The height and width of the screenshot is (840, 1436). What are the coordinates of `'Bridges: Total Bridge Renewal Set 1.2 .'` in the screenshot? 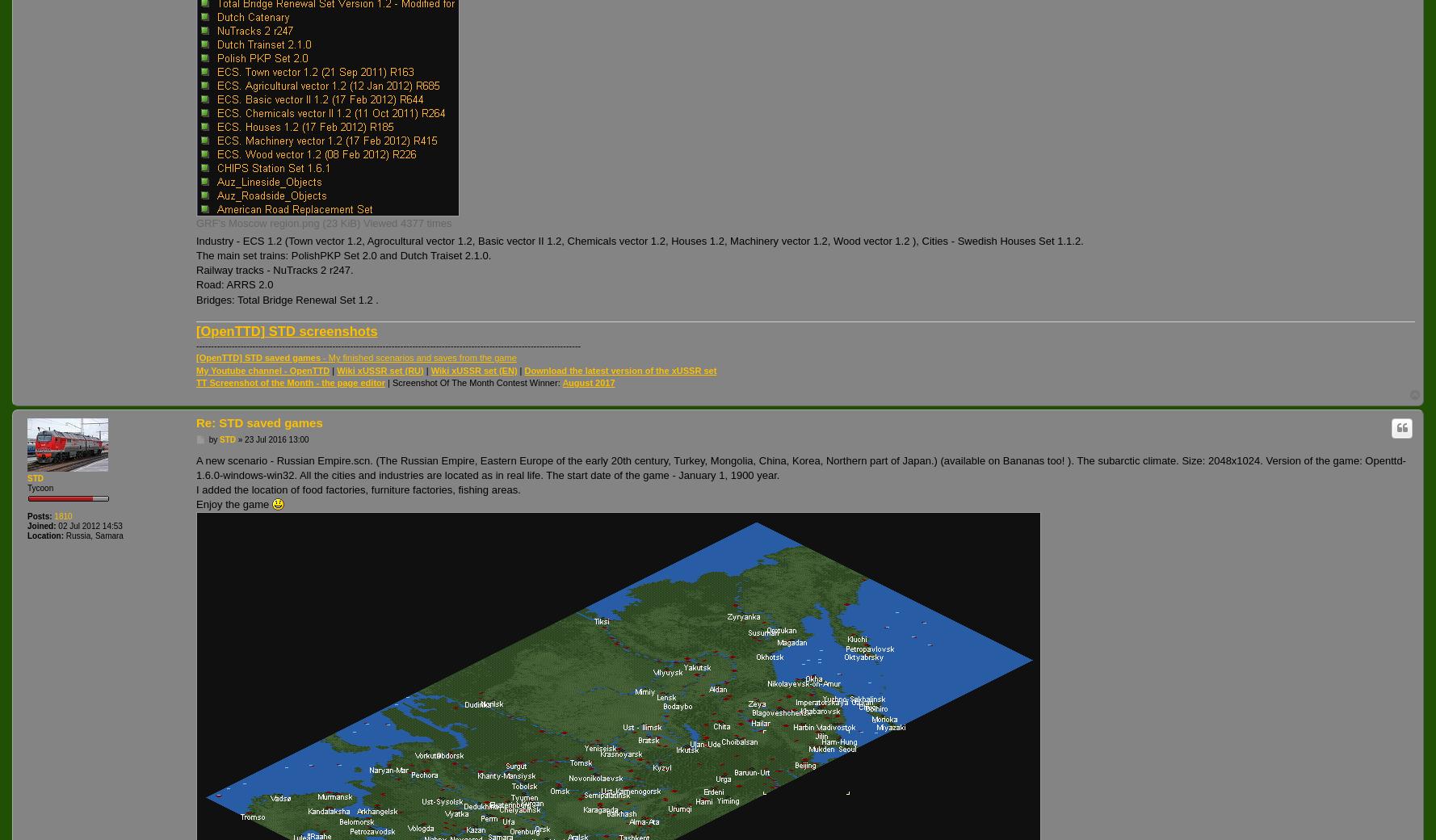 It's located at (286, 298).